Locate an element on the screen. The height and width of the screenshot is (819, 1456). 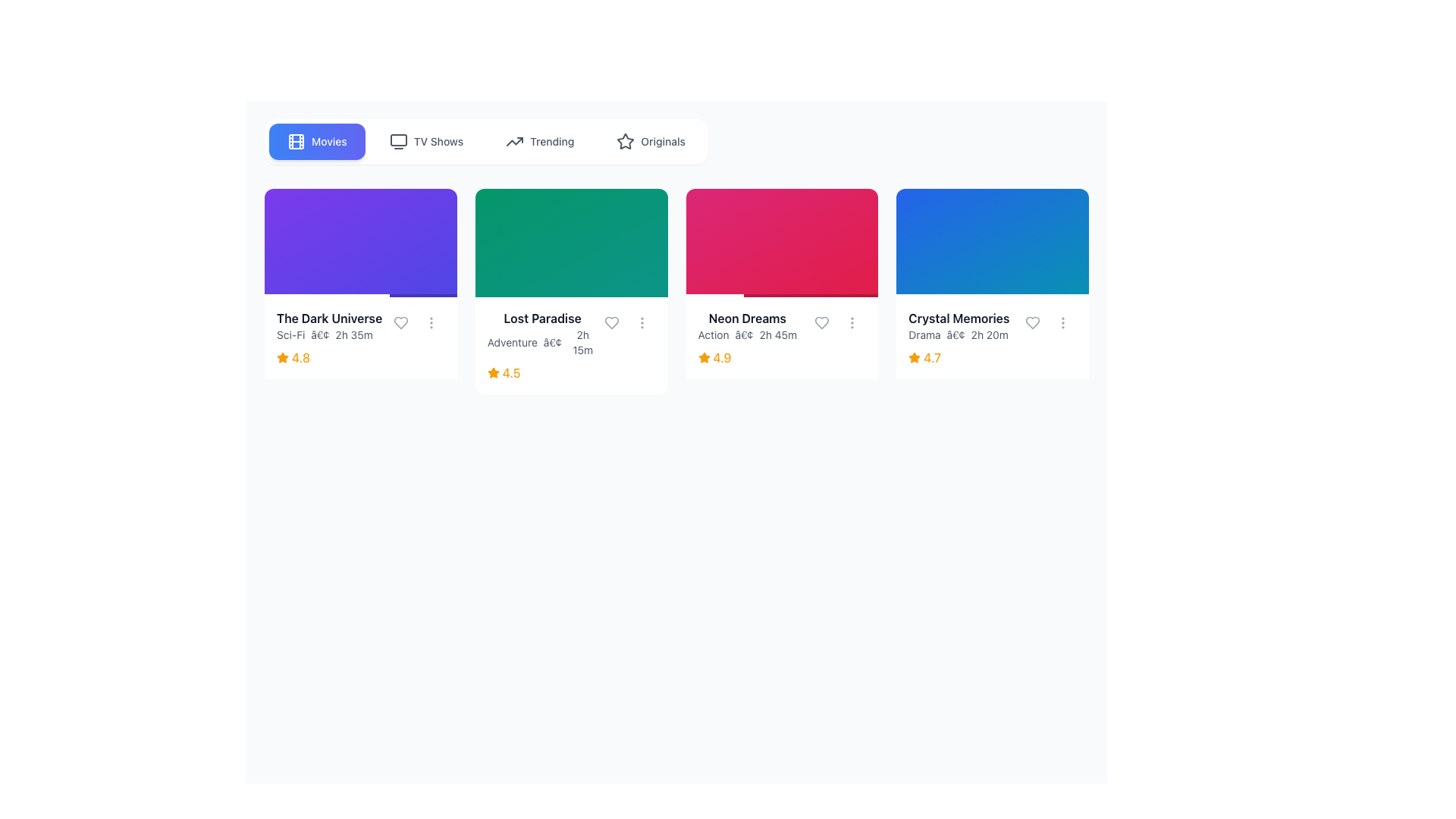
the ellipsis icon button located in the top-right corner of the 'Neon Dreams' panel, next to the heart-shaped favorite button and above the movie rating stars is located at coordinates (852, 322).